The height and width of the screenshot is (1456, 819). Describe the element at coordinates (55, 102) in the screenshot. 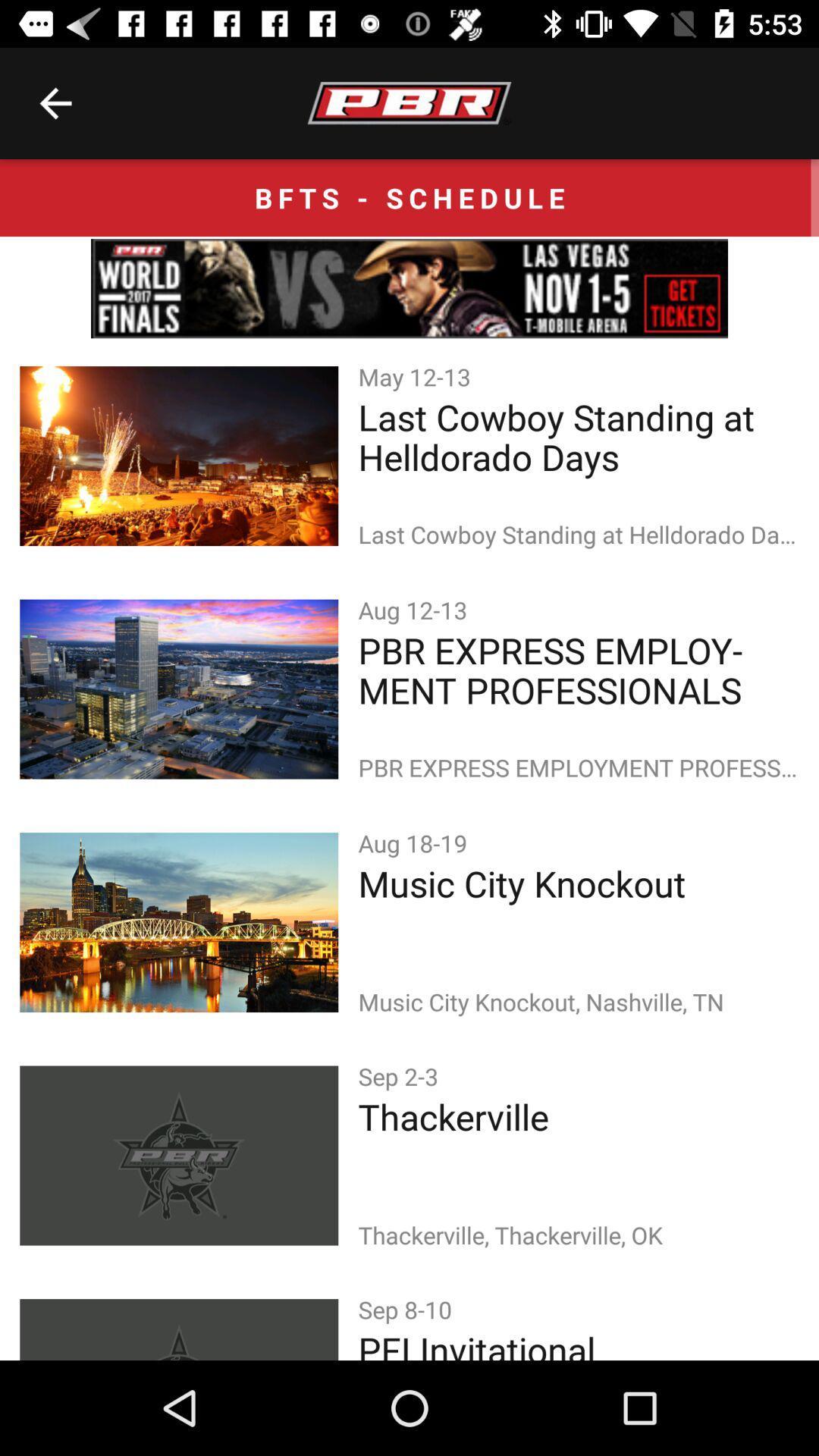

I see `item above bfts - schedule item` at that location.